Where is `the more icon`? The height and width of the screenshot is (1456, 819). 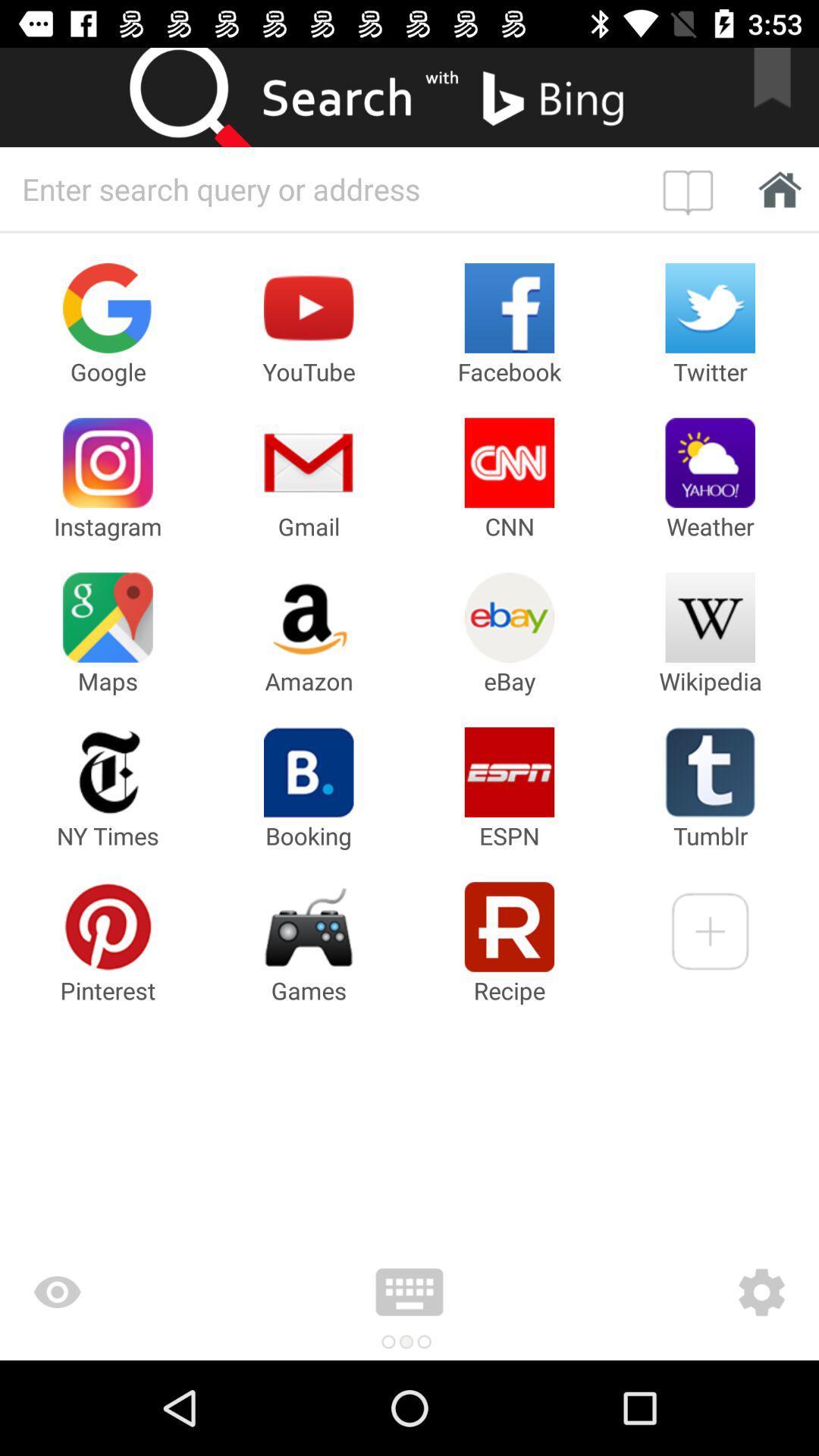 the more icon is located at coordinates (409, 1291).